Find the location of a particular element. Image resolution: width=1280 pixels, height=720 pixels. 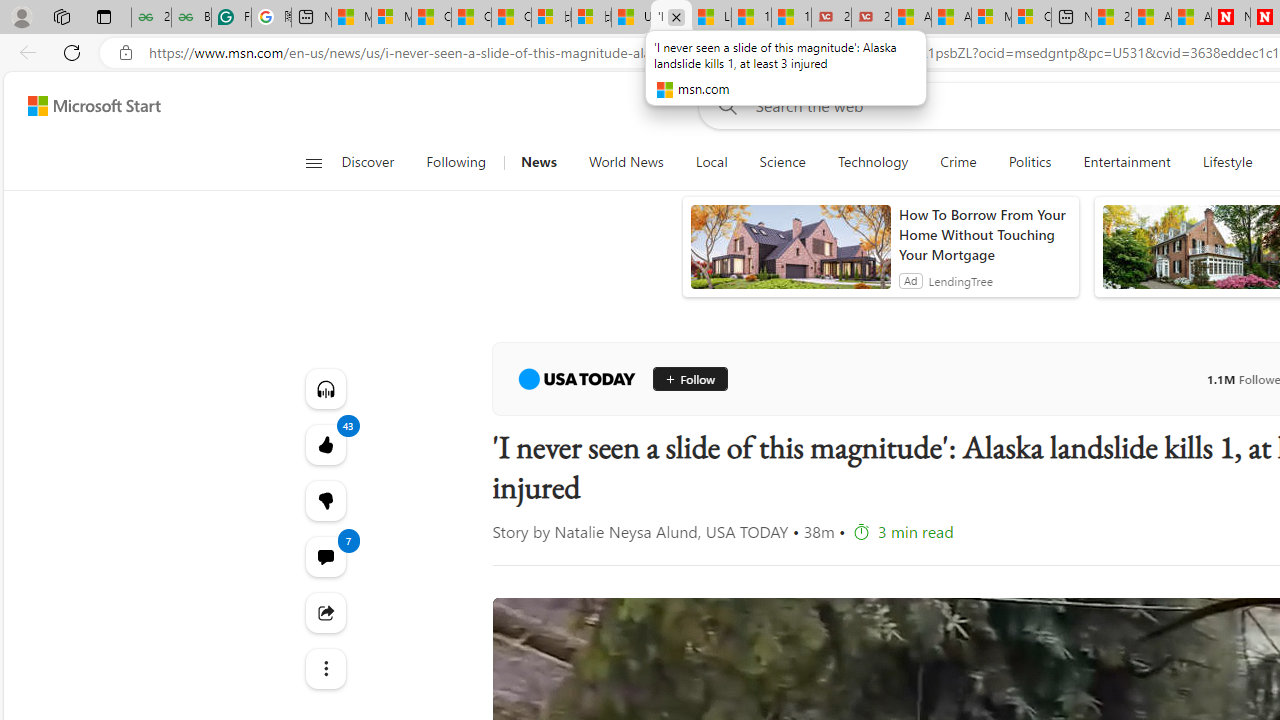

'Cloud Computing Services | Microsoft Azure' is located at coordinates (1031, 17).